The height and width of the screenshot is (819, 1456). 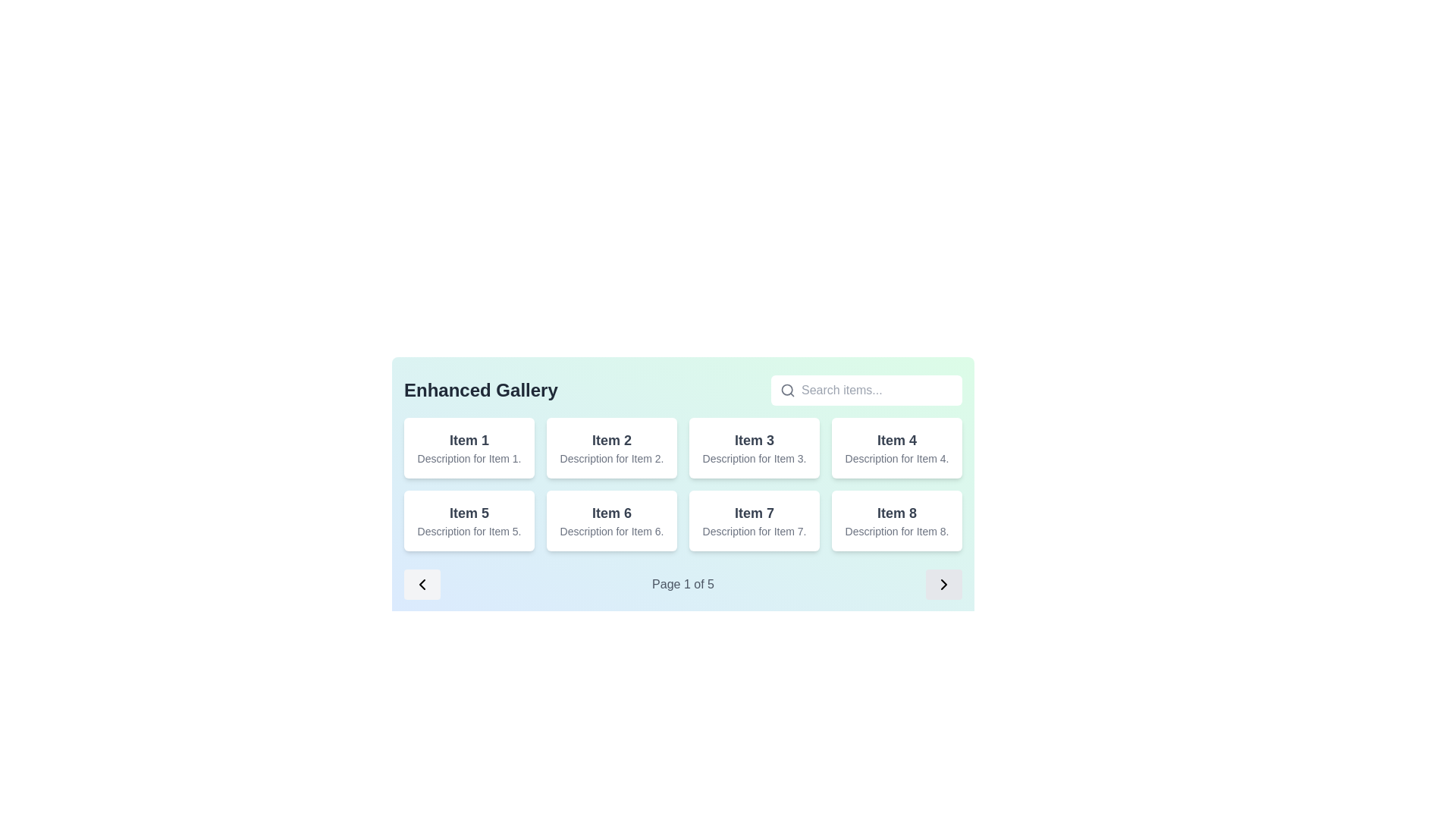 What do you see at coordinates (469, 513) in the screenshot?
I see `the text label that serves as the title for the card, labeled 'Item 5 Description for Item 5', located in the second row, first column of the grid layout` at bounding box center [469, 513].